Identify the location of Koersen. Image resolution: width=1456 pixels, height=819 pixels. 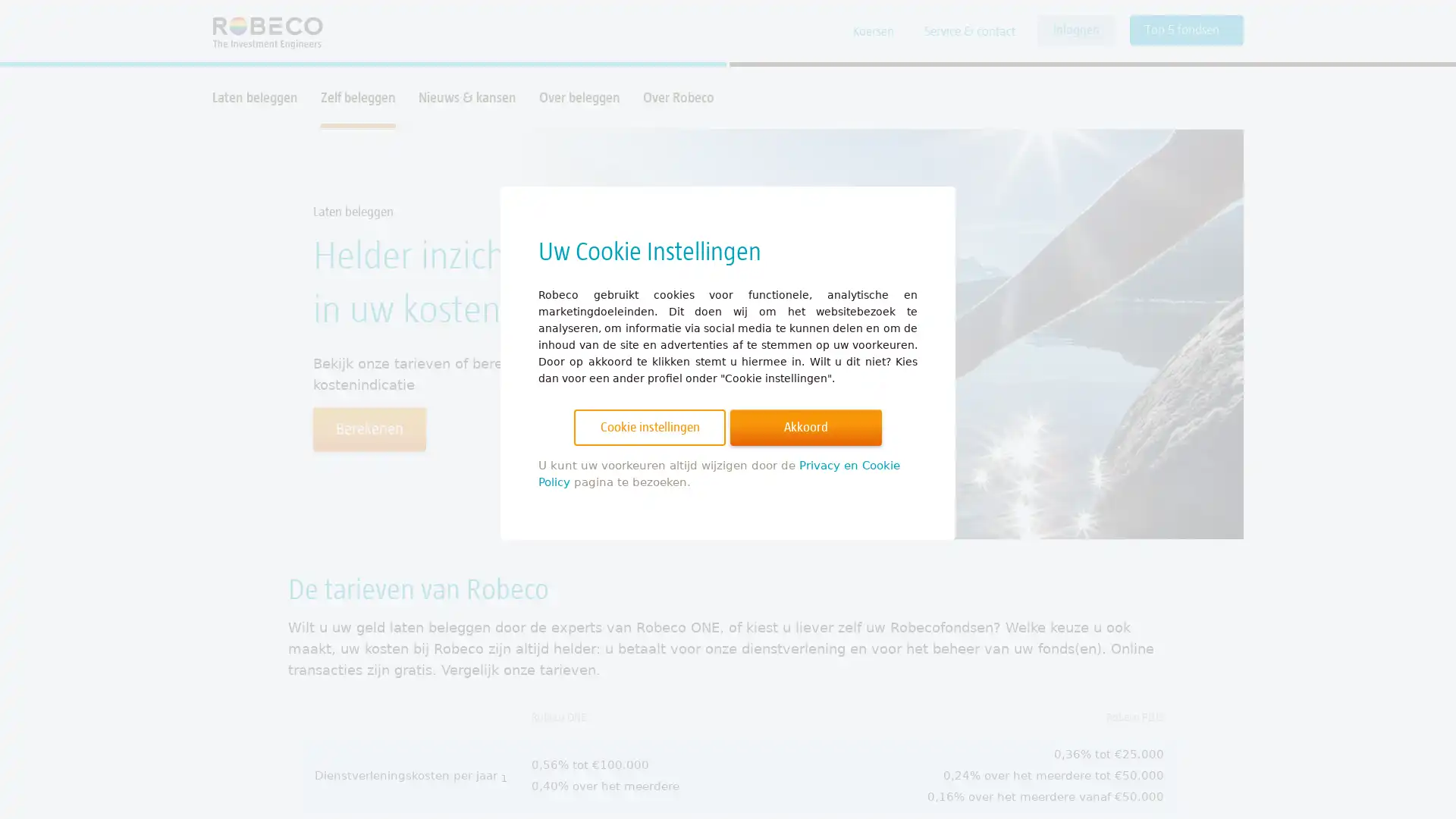
(874, 32).